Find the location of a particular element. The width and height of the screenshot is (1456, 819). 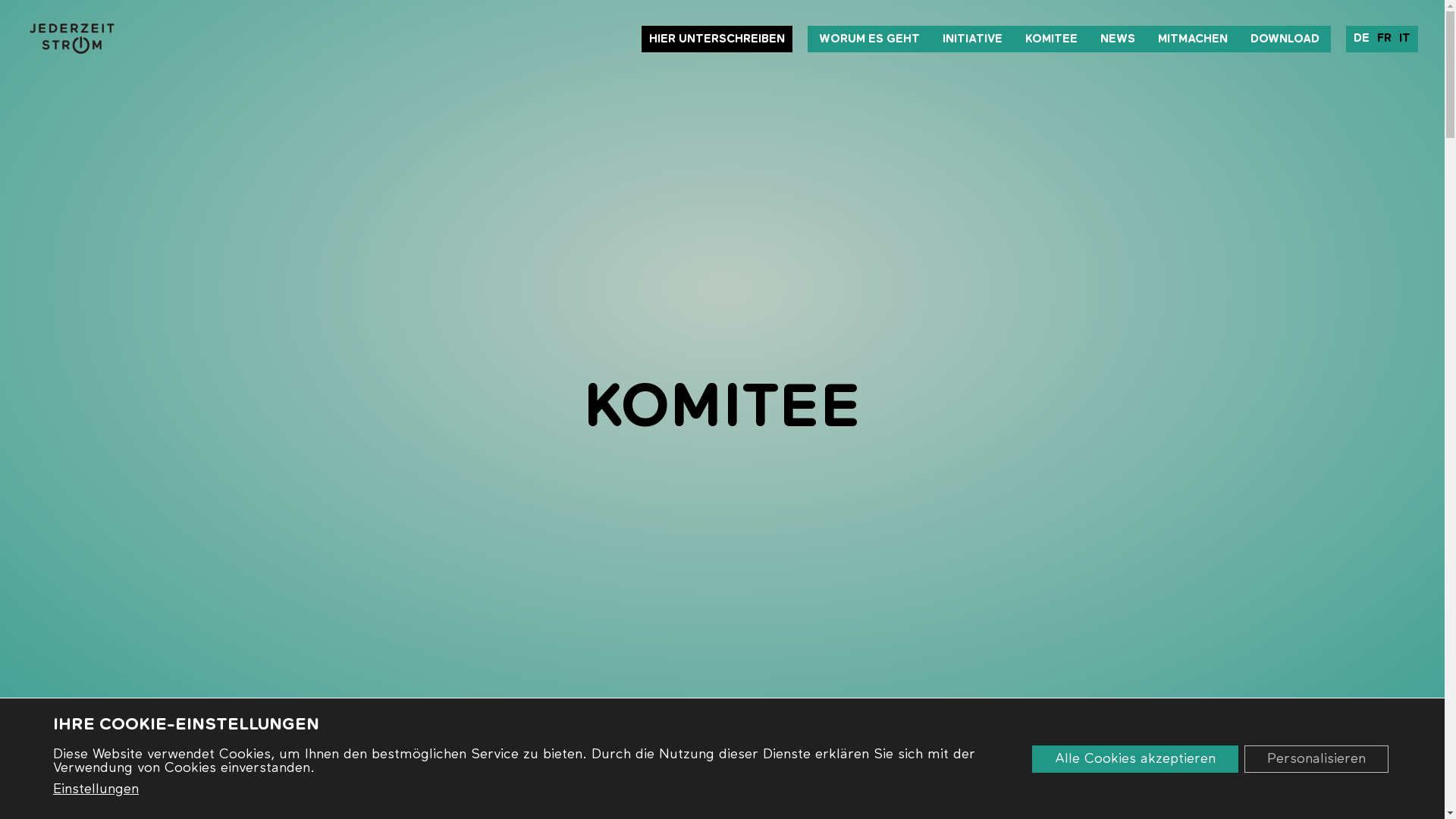

'KOMITEE' is located at coordinates (1014, 38).